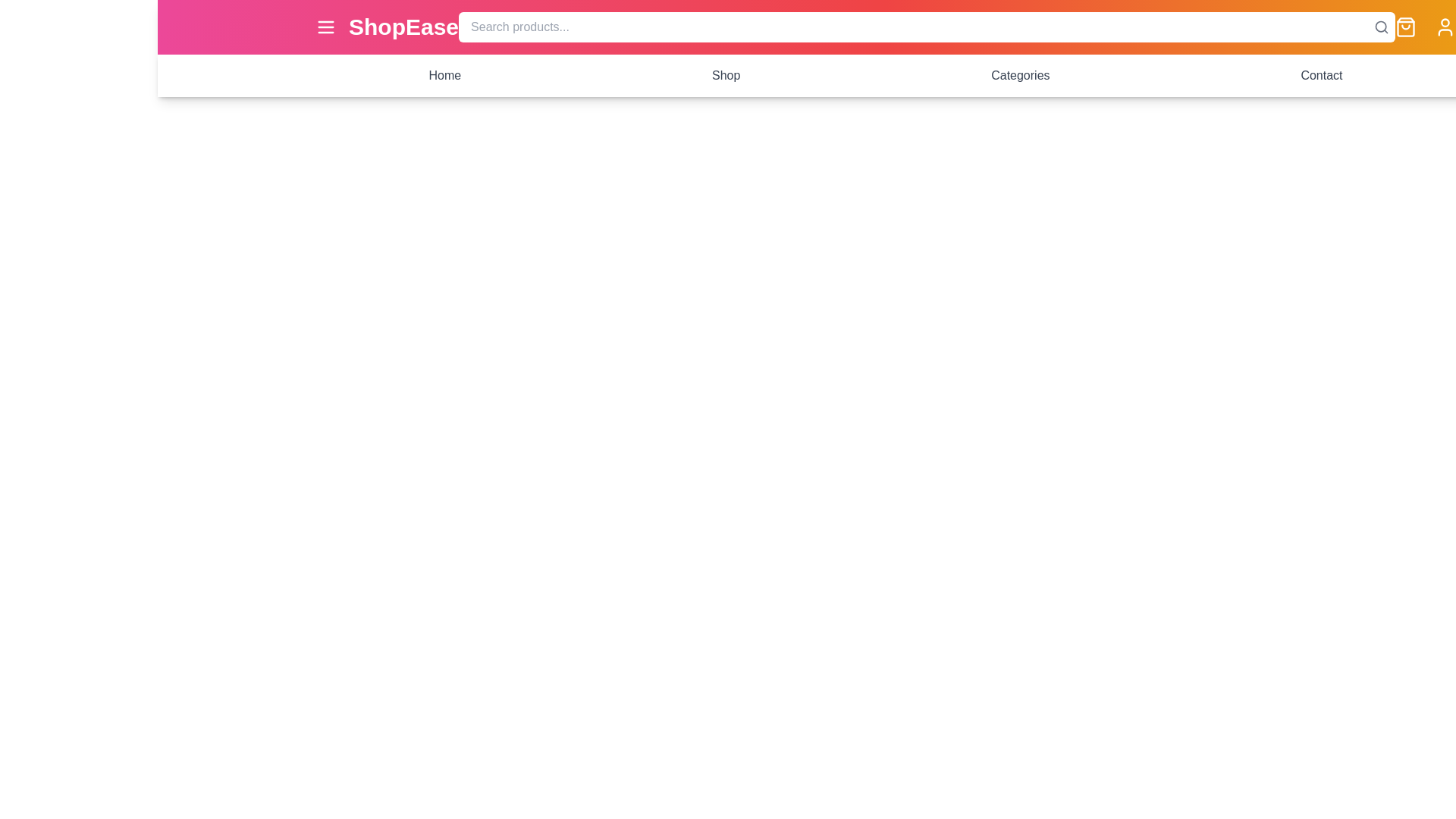 This screenshot has height=819, width=1456. What do you see at coordinates (444, 76) in the screenshot?
I see `the navigation link labeled Home to navigate to the corresponding section` at bounding box center [444, 76].